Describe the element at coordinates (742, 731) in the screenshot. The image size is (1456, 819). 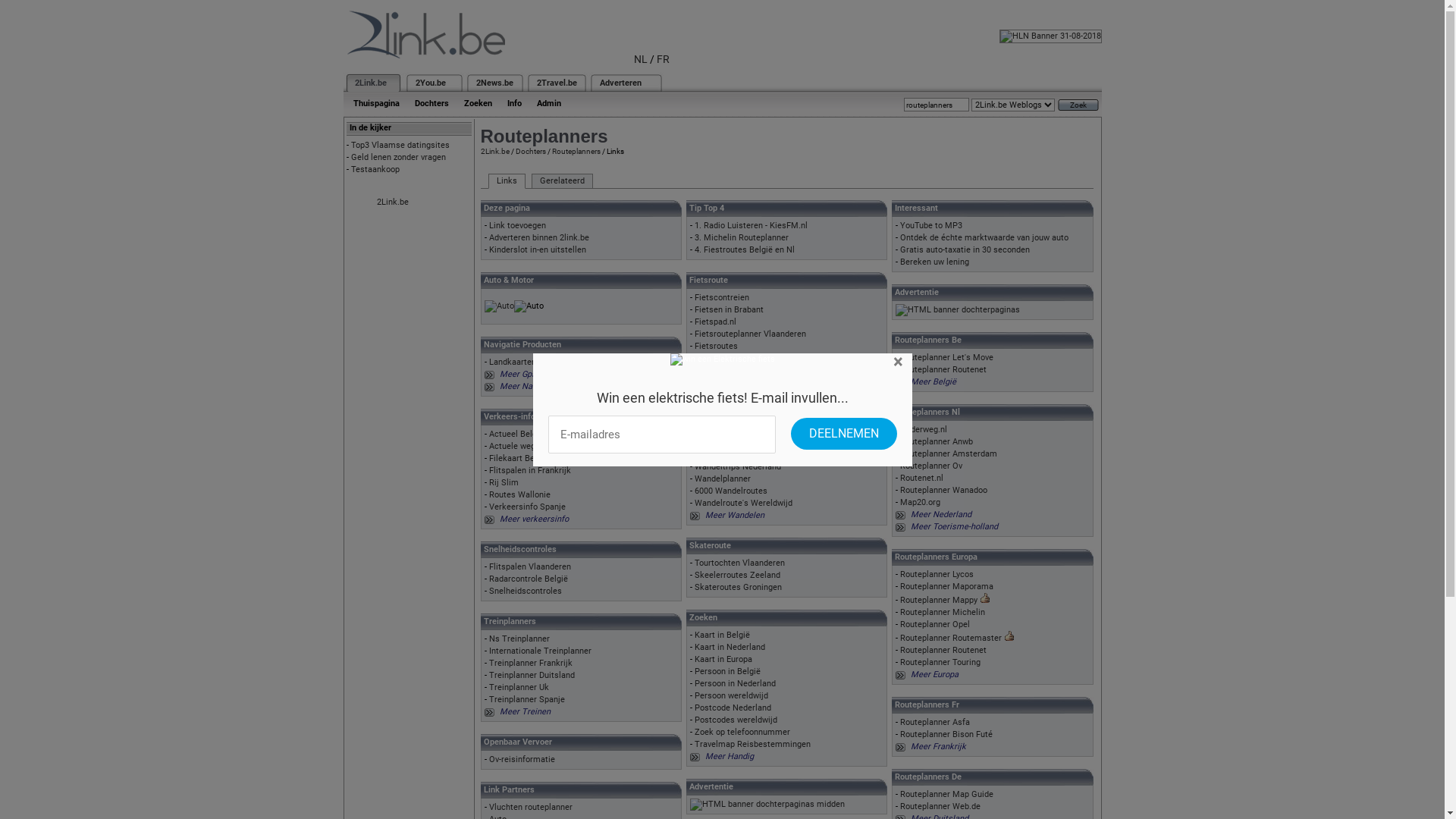
I see `'Zoek op telefoonnummer'` at that location.